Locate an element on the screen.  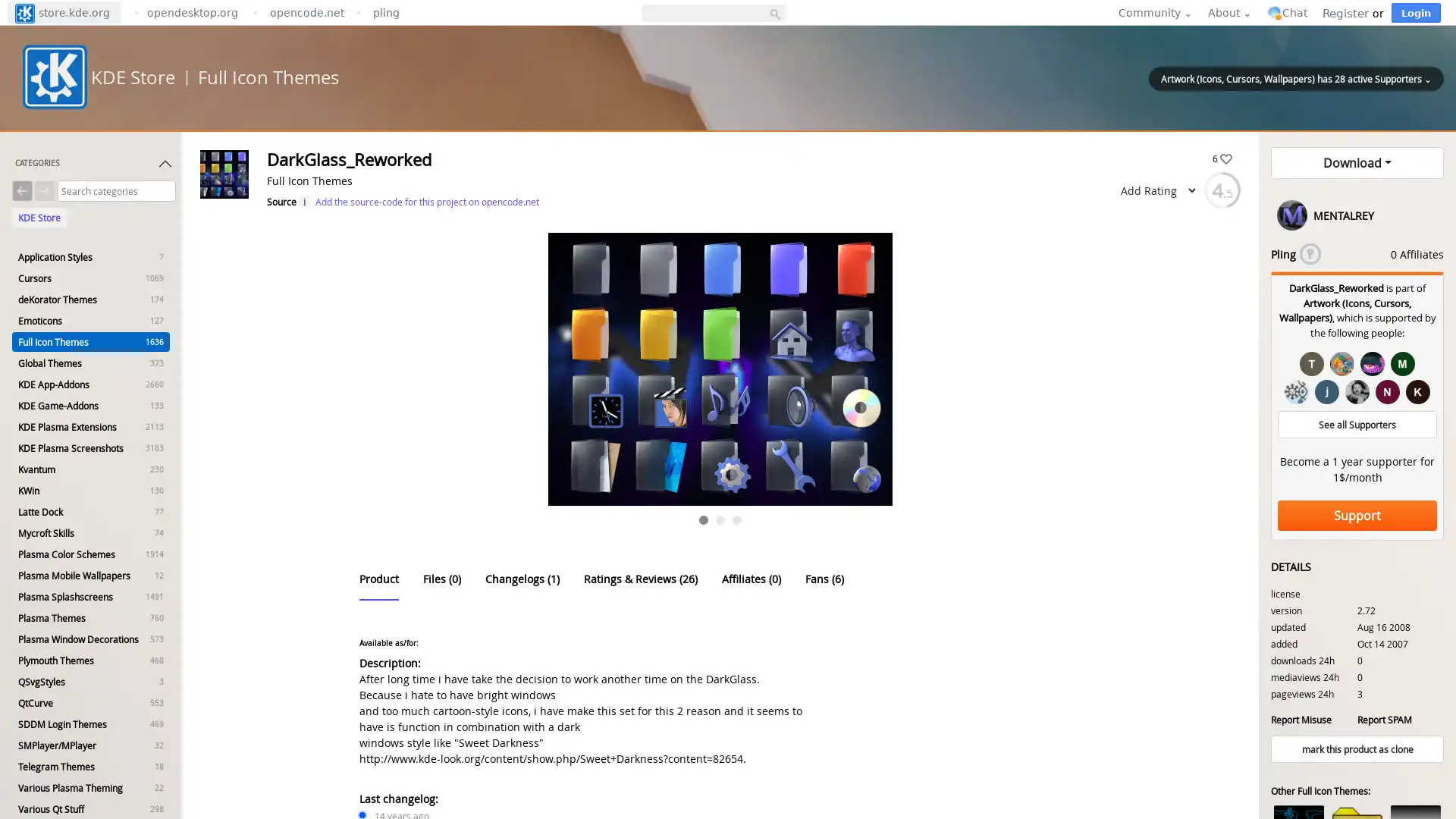
Go to slide 3 is located at coordinates (737, 519).